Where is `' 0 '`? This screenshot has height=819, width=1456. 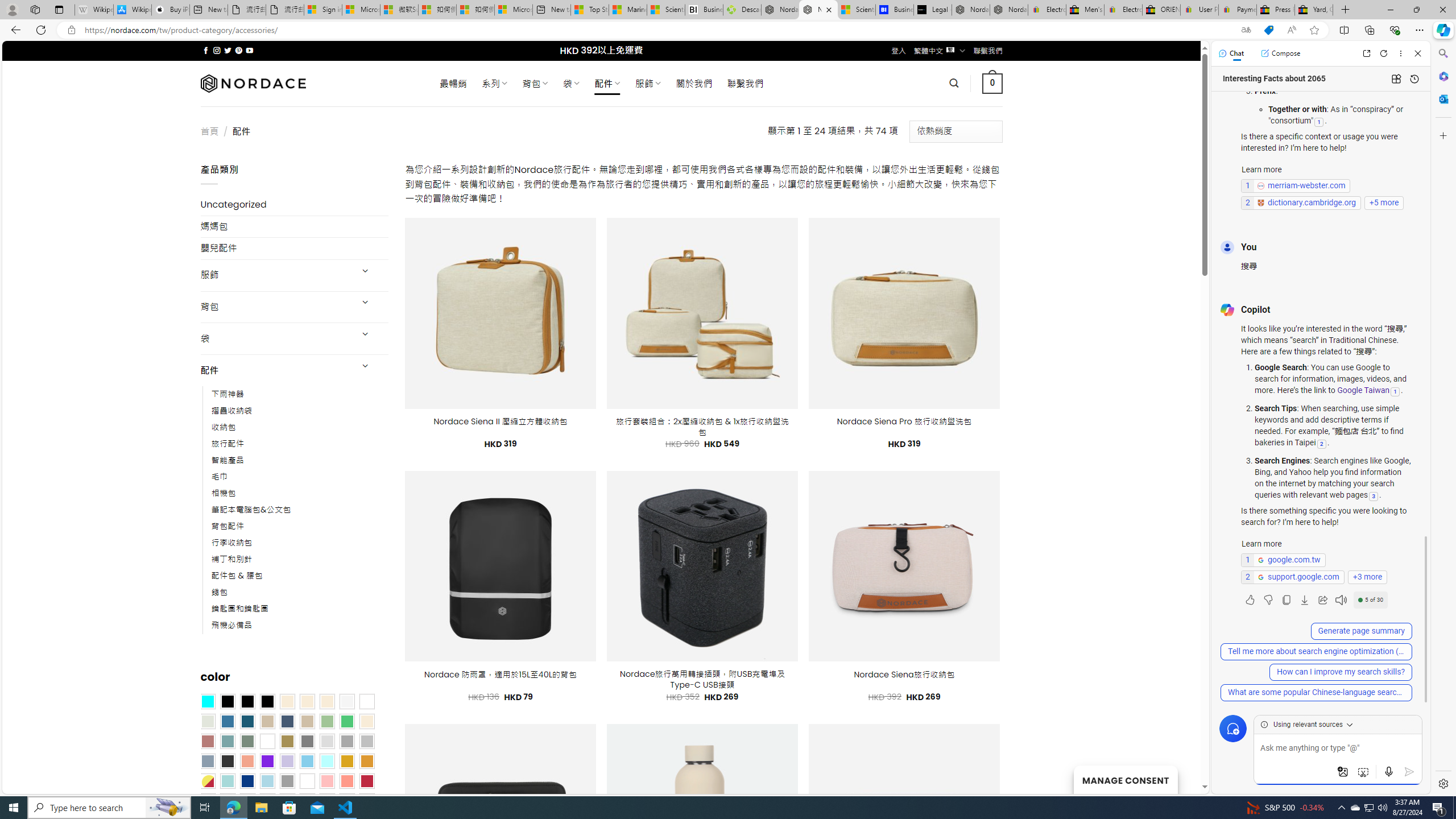
' 0 ' is located at coordinates (992, 82).